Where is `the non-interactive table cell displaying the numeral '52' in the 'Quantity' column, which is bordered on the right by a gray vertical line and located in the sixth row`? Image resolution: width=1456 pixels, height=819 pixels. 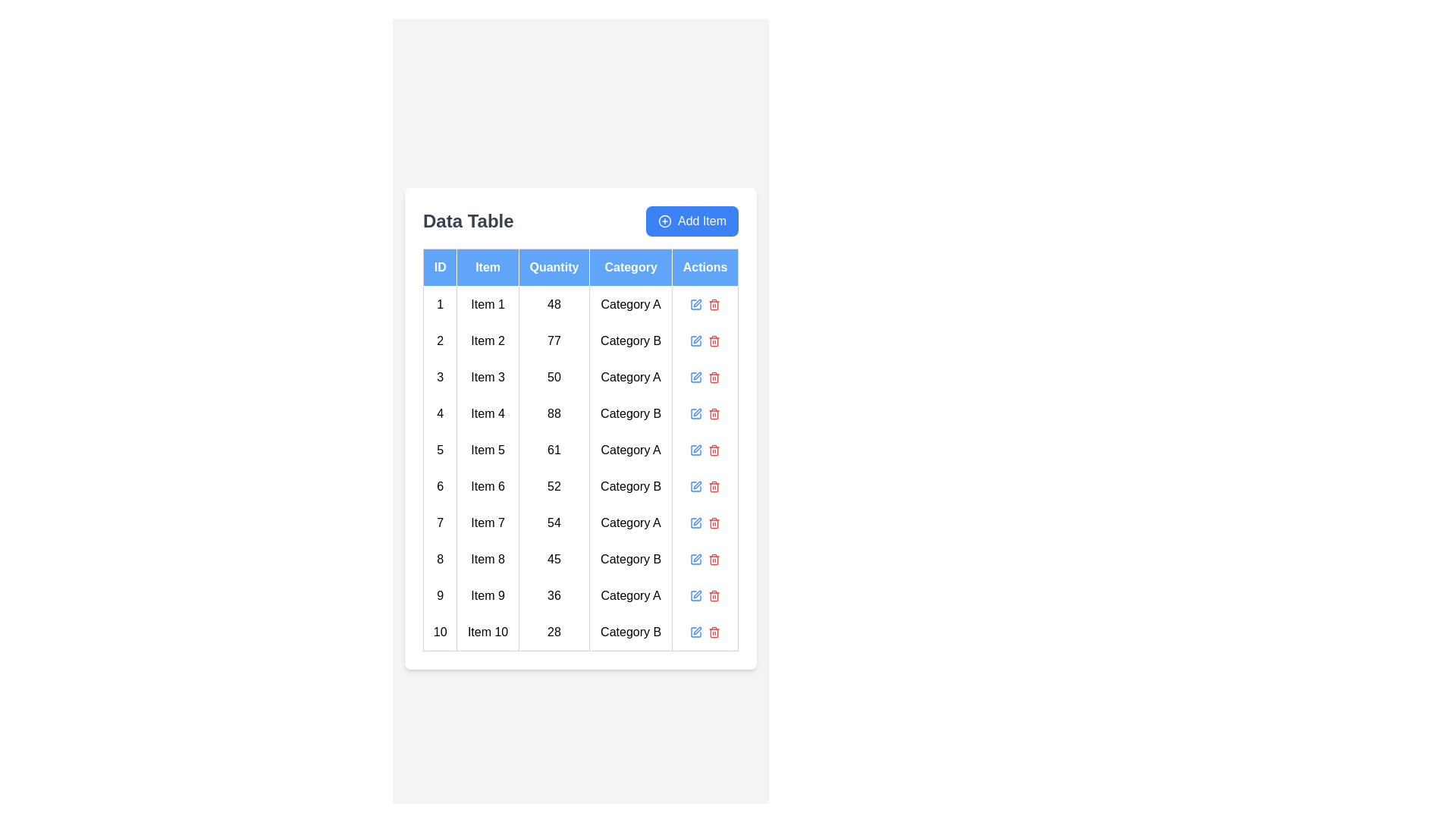
the non-interactive table cell displaying the numeral '52' in the 'Quantity' column, which is bordered on the right by a gray vertical line and located in the sixth row is located at coordinates (553, 486).